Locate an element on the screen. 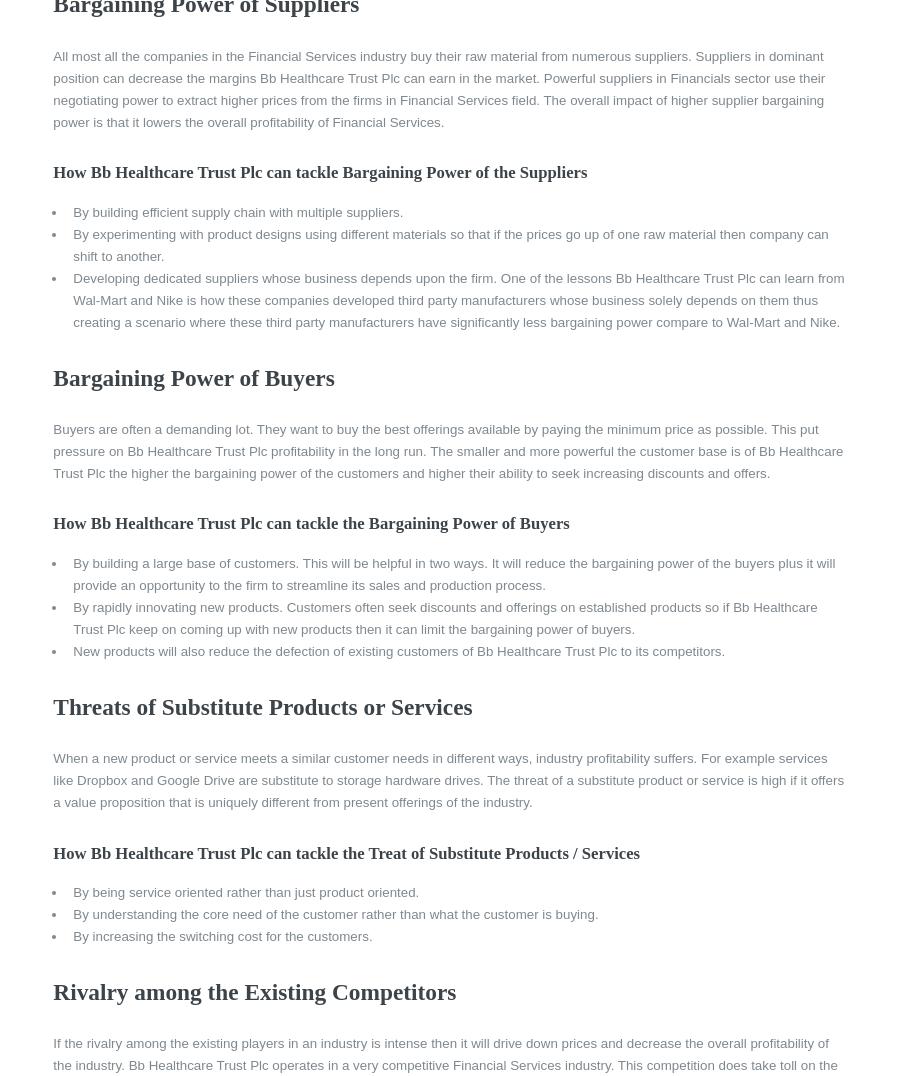 The height and width of the screenshot is (1076, 900). 'By rapidly innovating new products. Customers  often seek discounts and offerings on established products so if  Bb Healthcare Trust Plc keep on coming up with new products then it can limit the  bargaining power of buyers.' is located at coordinates (444, 618).